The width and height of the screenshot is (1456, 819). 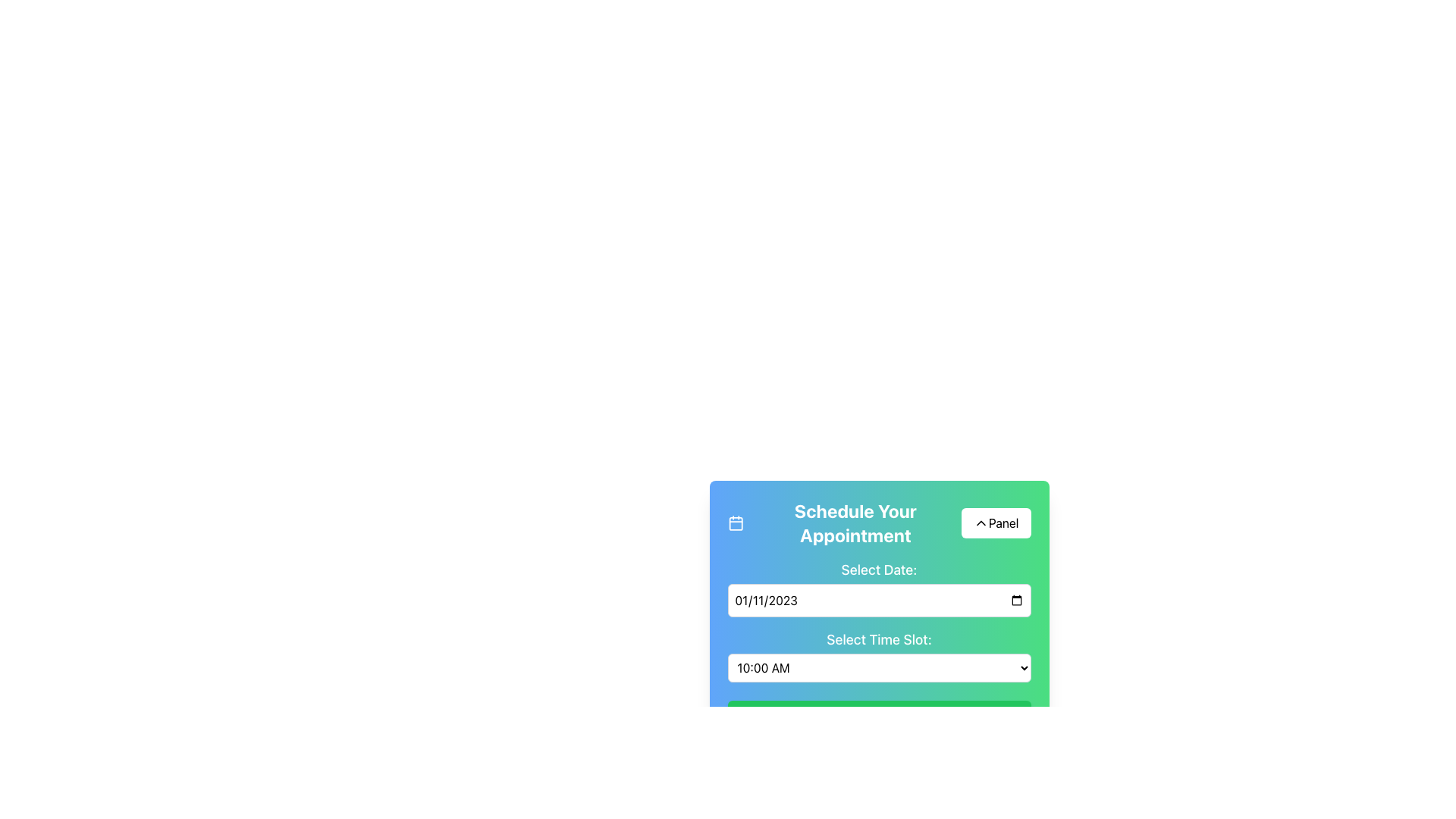 What do you see at coordinates (996, 522) in the screenshot?
I see `the rectangular button with a white background and black text reading 'Panel', located at the top-right corner of the 'Schedule Your Appointment' section` at bounding box center [996, 522].